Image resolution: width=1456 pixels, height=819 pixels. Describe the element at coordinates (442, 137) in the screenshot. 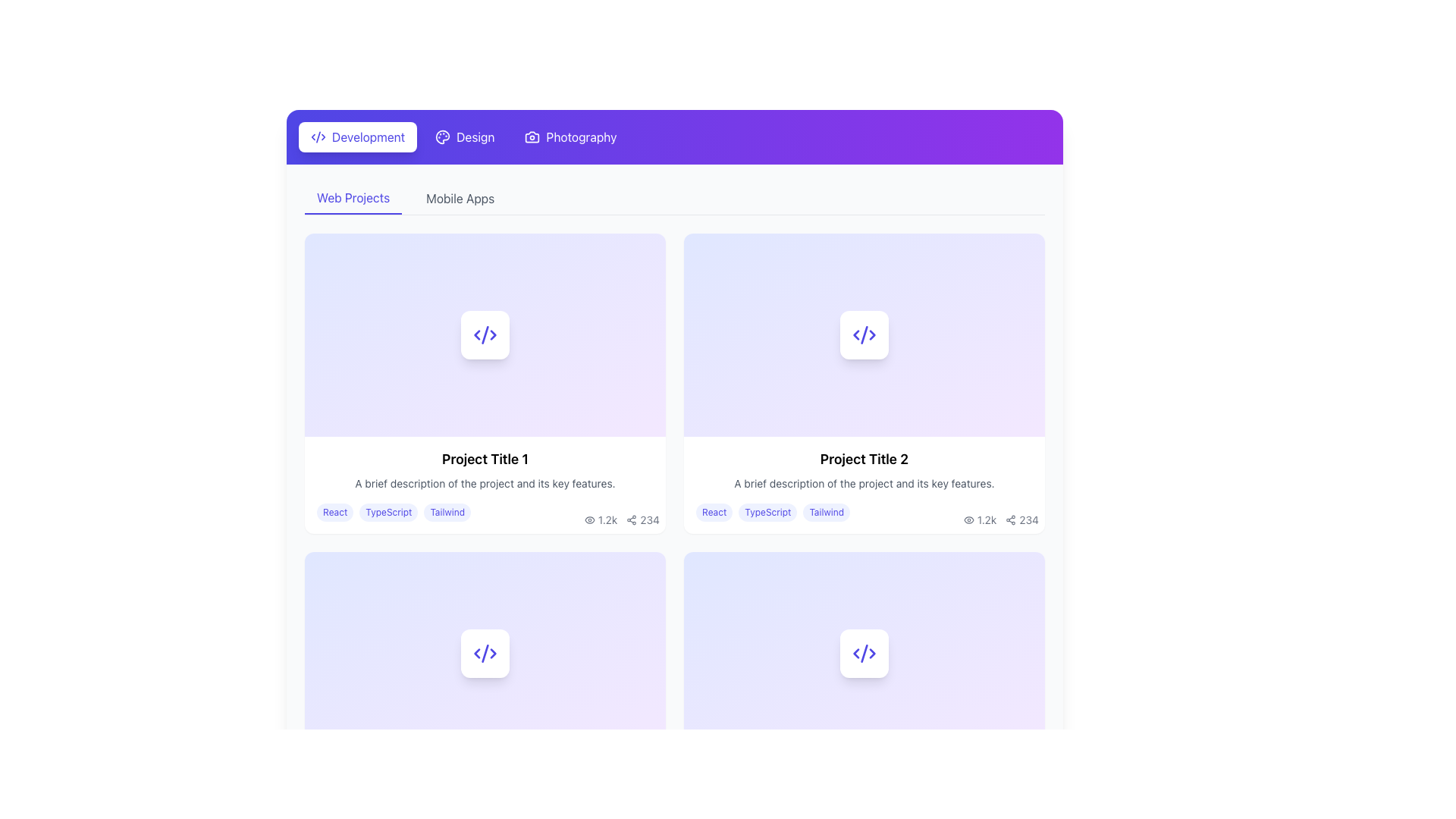

I see `the small circular palette icon located in the navigation bar next to the 'Design' label for its visual information` at that location.